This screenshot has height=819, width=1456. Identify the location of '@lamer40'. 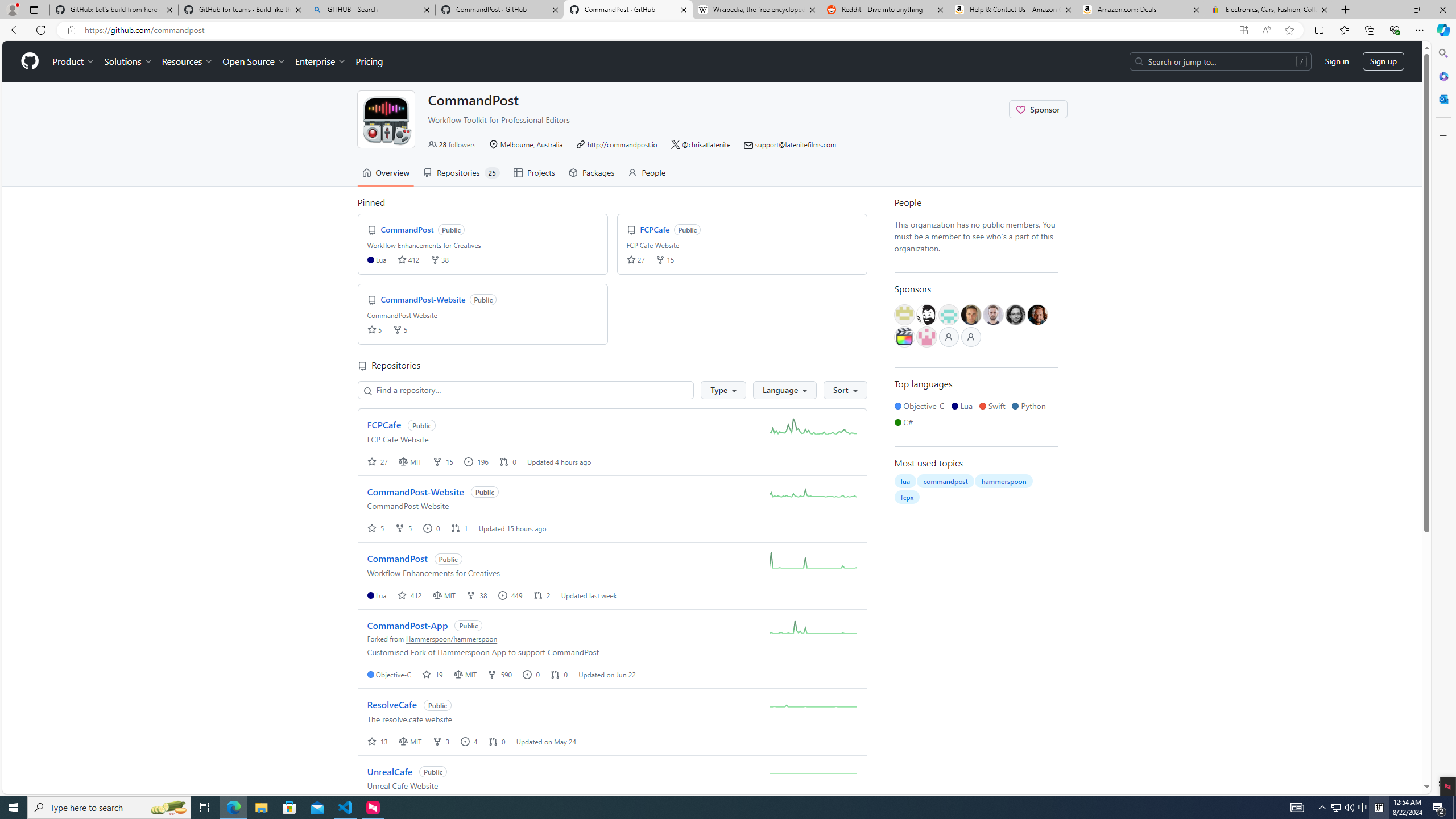
(971, 314).